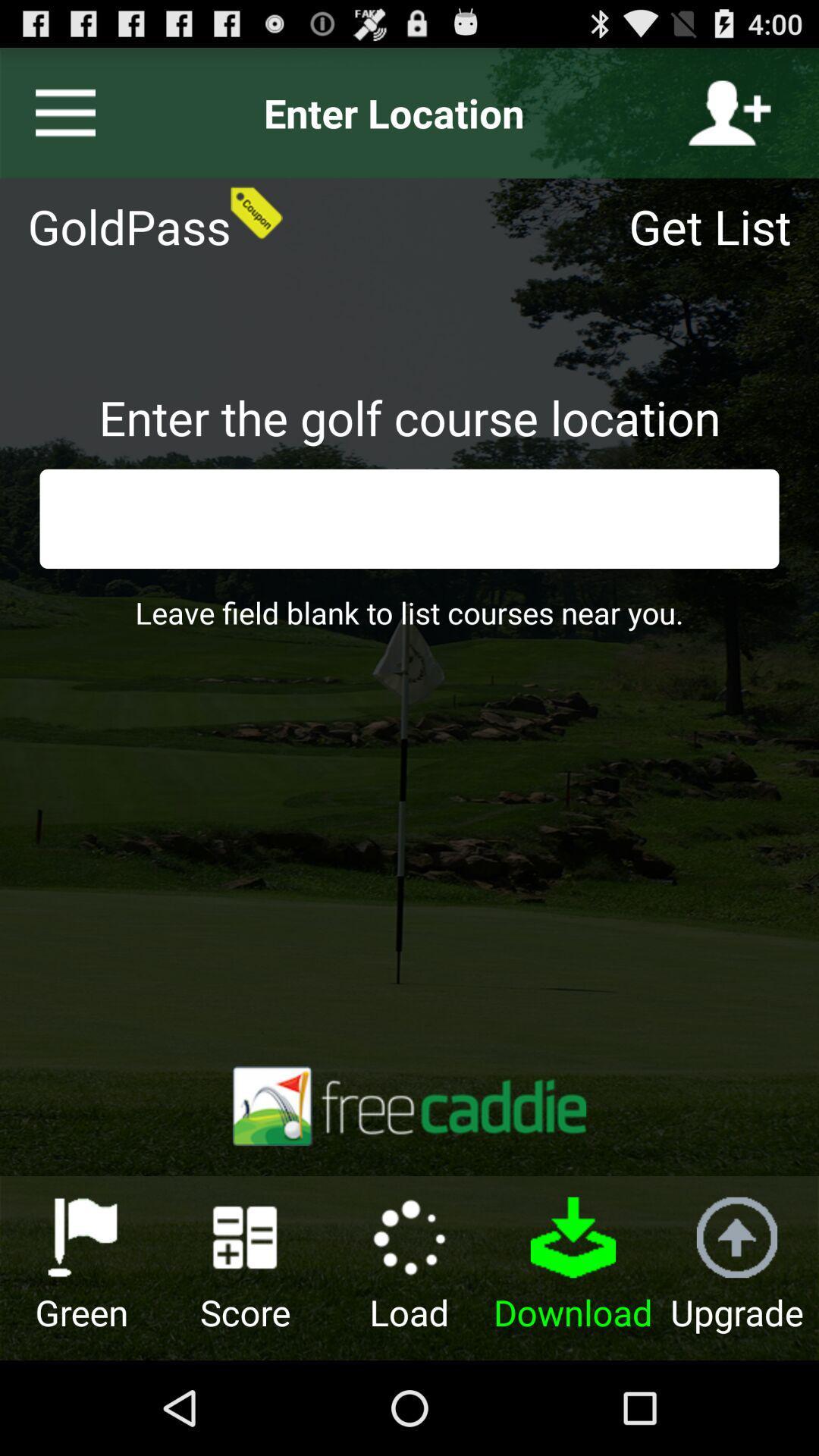 The height and width of the screenshot is (1456, 819). I want to click on the app above the goldpass icon, so click(58, 112).